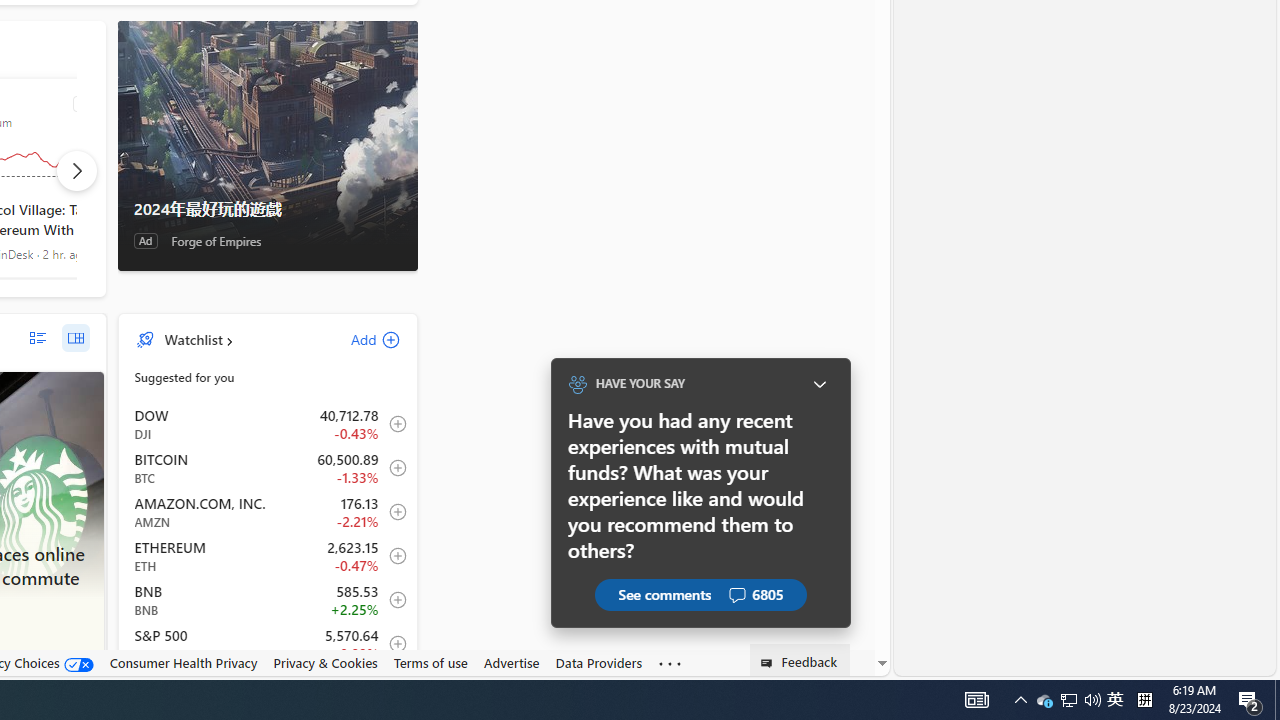  Describe the element at coordinates (193, 338) in the screenshot. I see `'Watchlist'` at that location.